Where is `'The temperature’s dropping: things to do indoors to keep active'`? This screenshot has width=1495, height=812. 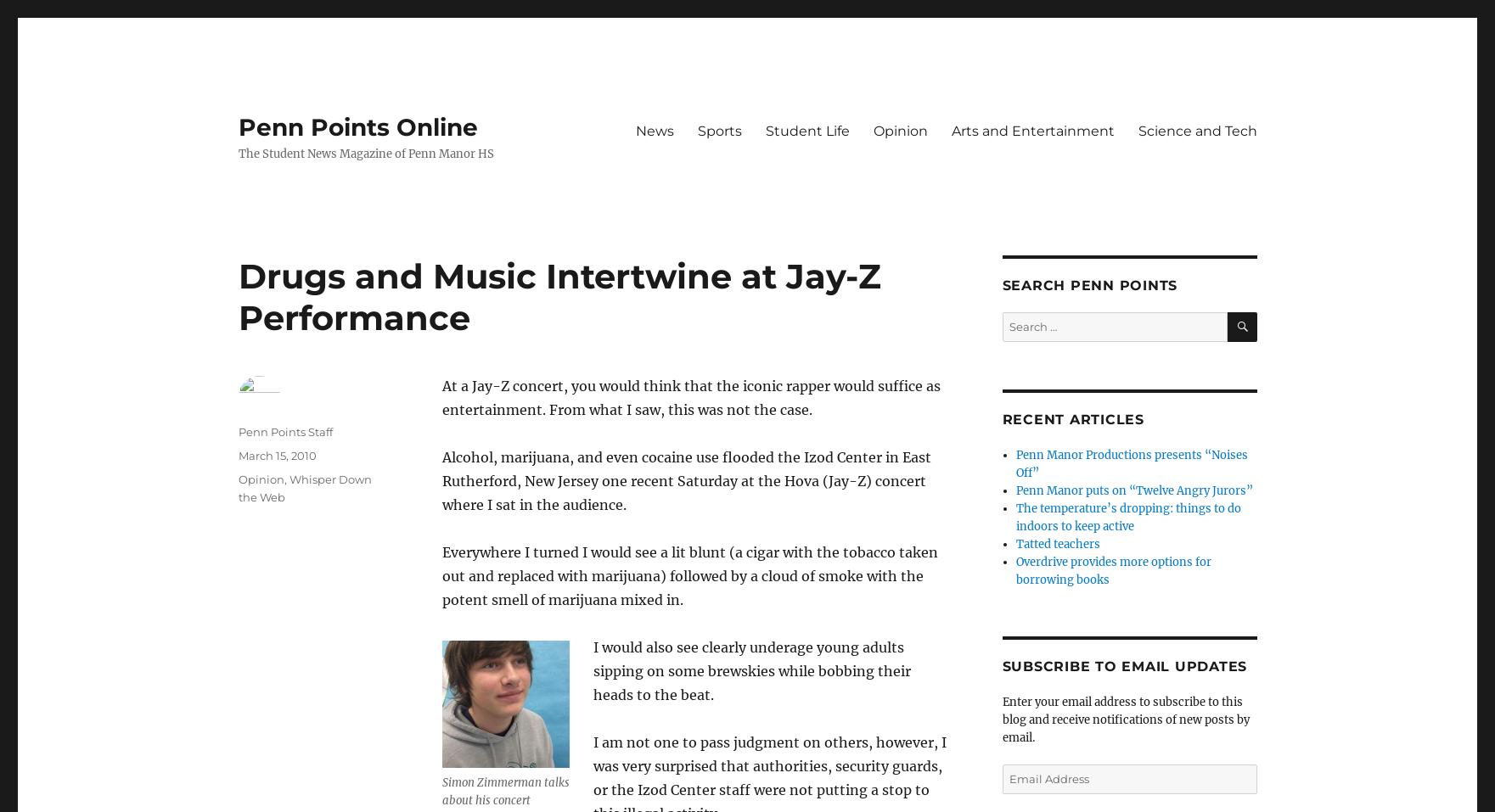
'The temperature’s dropping: things to do indoors to keep active' is located at coordinates (1127, 516).